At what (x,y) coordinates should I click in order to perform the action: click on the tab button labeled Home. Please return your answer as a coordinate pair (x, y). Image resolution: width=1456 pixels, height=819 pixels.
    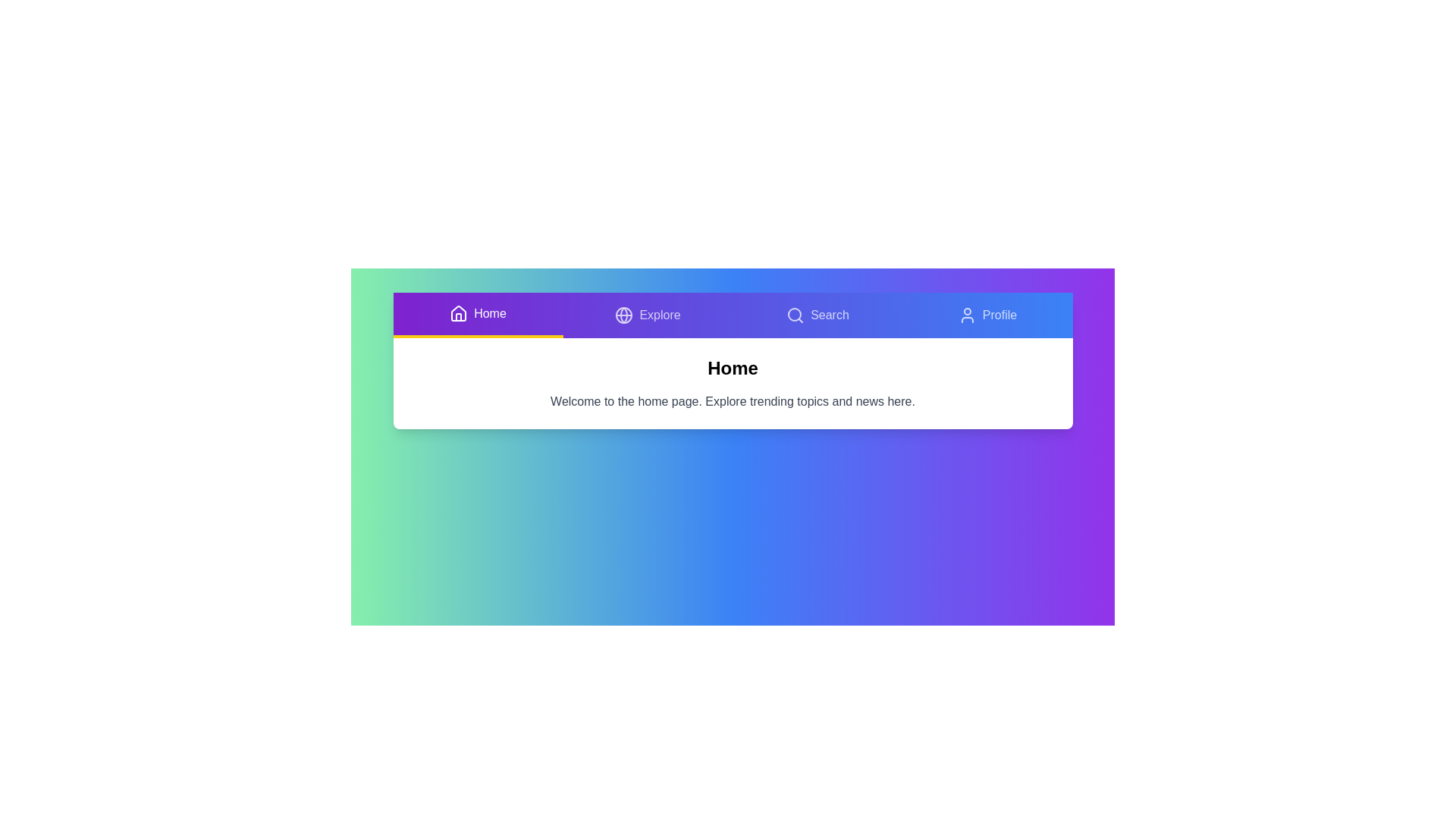
    Looking at the image, I should click on (477, 315).